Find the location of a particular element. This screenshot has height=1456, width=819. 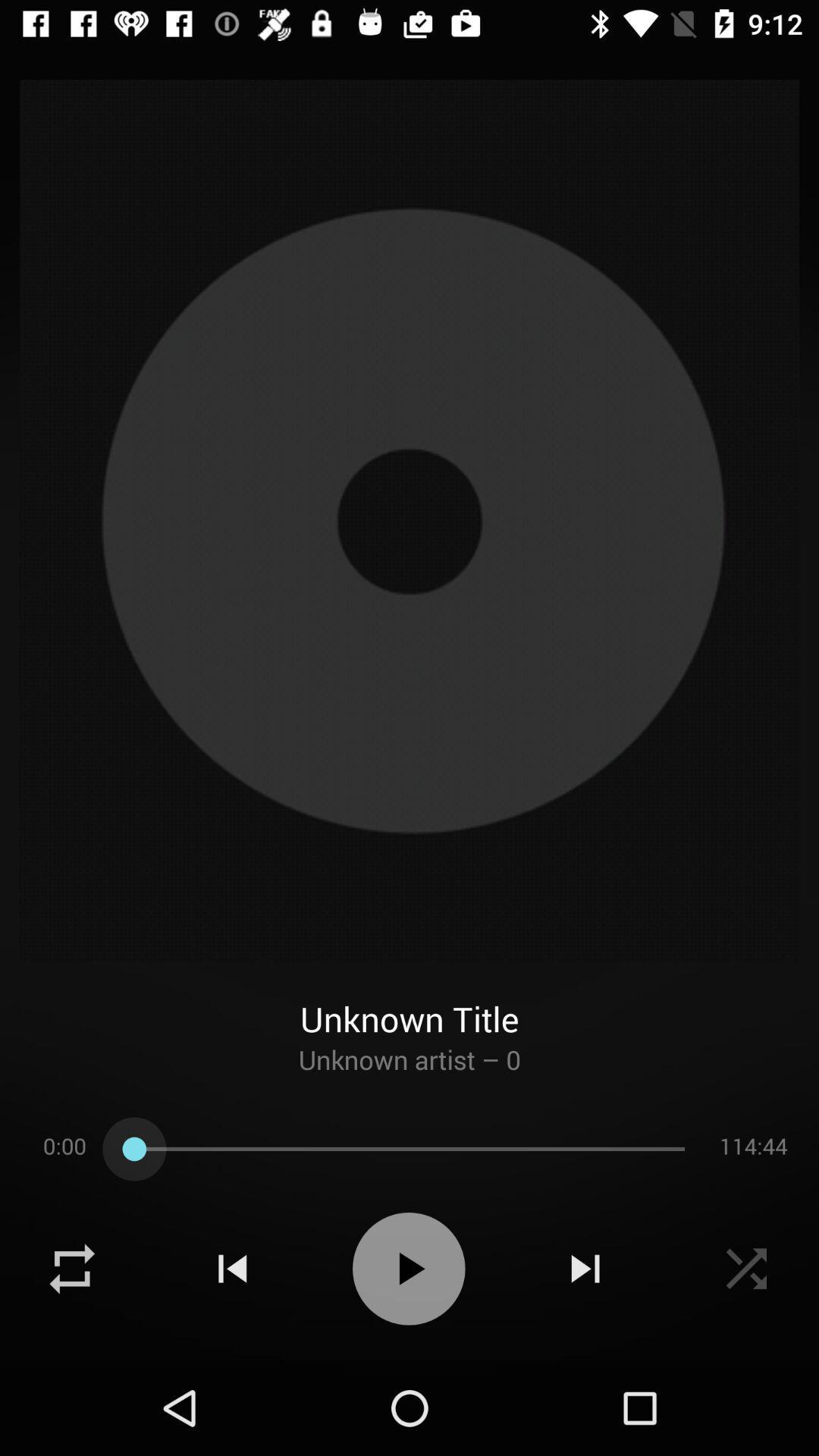

rewind is located at coordinates (232, 1269).